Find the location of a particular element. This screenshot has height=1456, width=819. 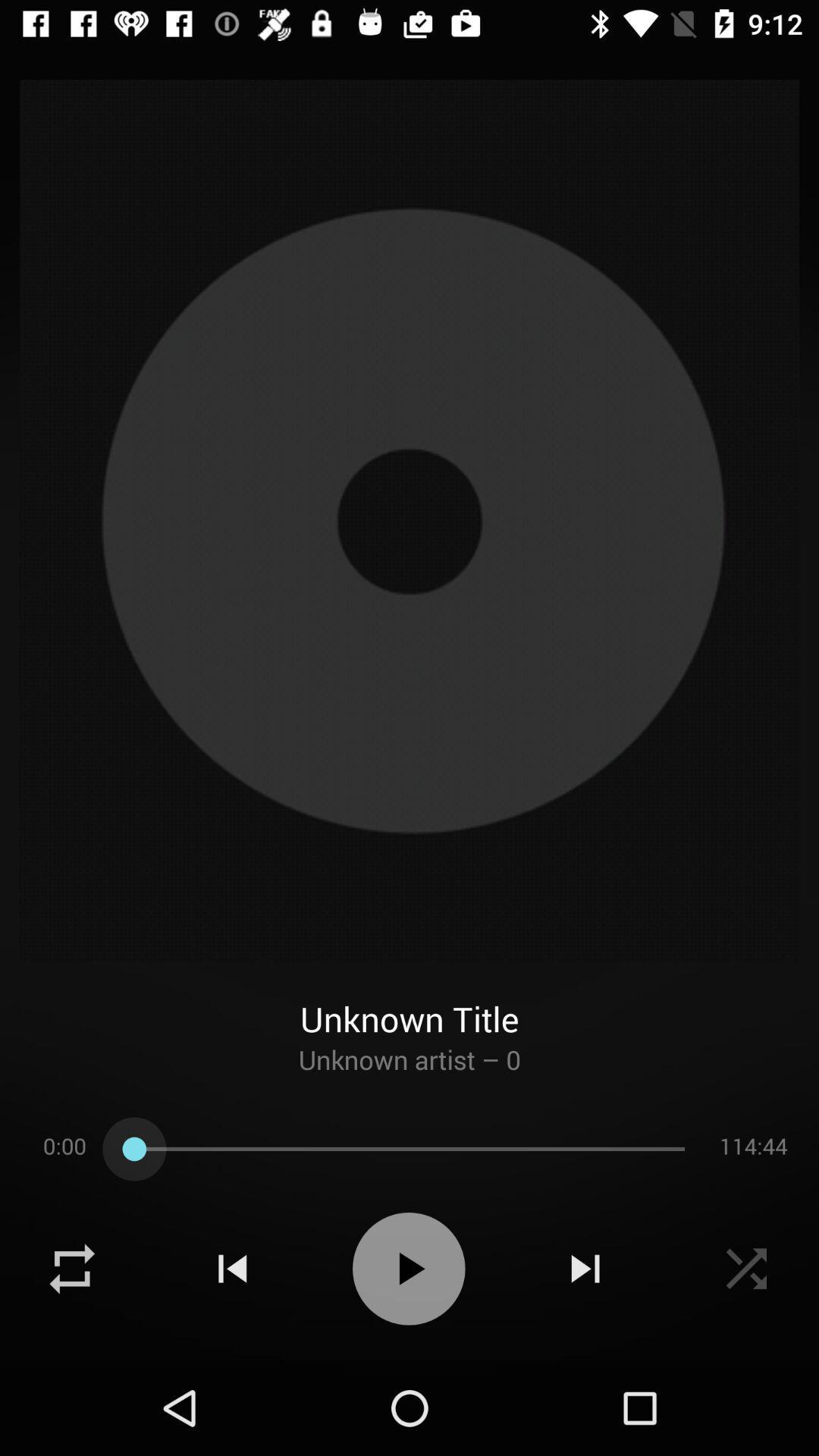

rewind is located at coordinates (232, 1269).